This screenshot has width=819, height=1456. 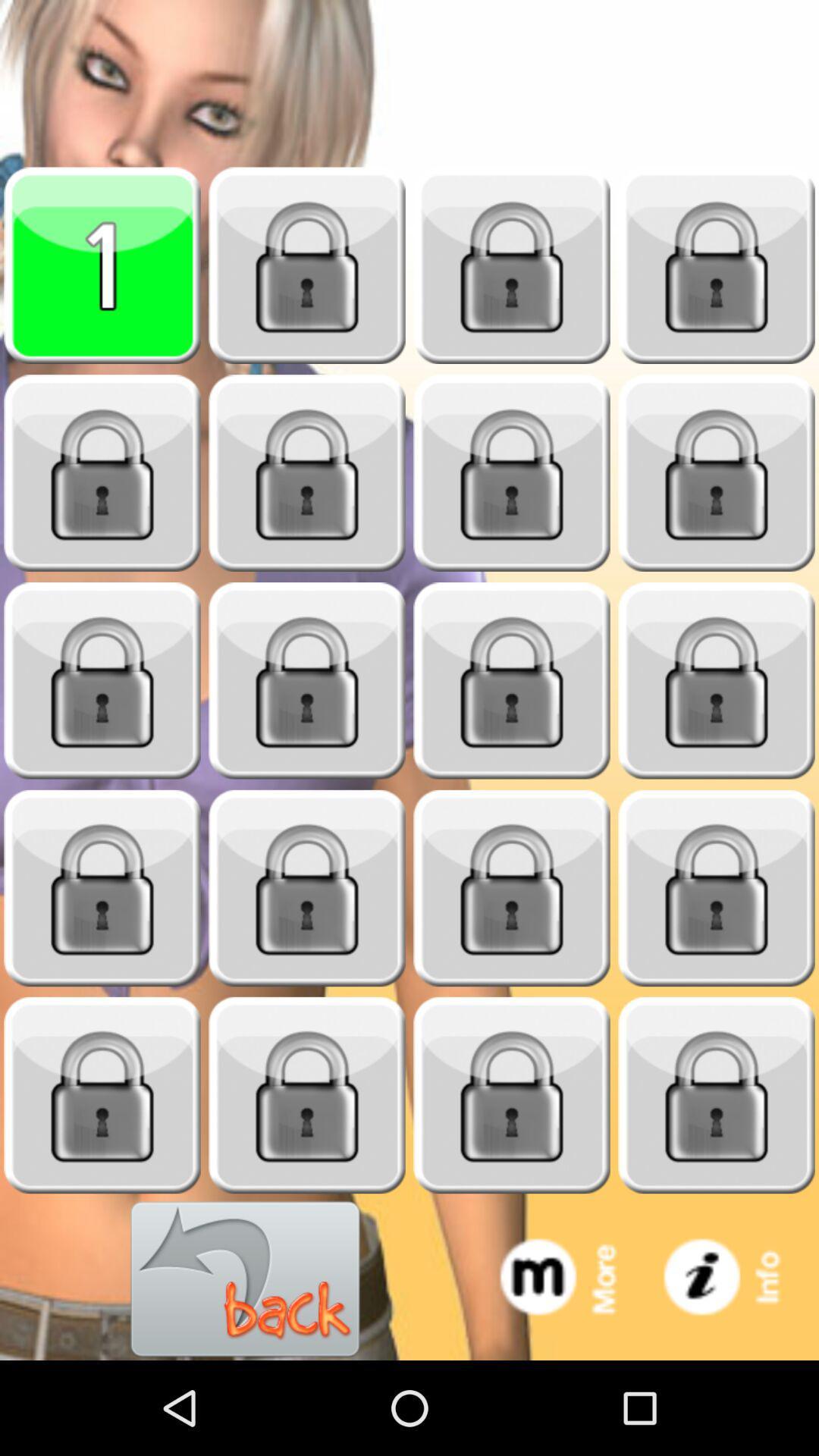 I want to click on blok, so click(x=512, y=265).